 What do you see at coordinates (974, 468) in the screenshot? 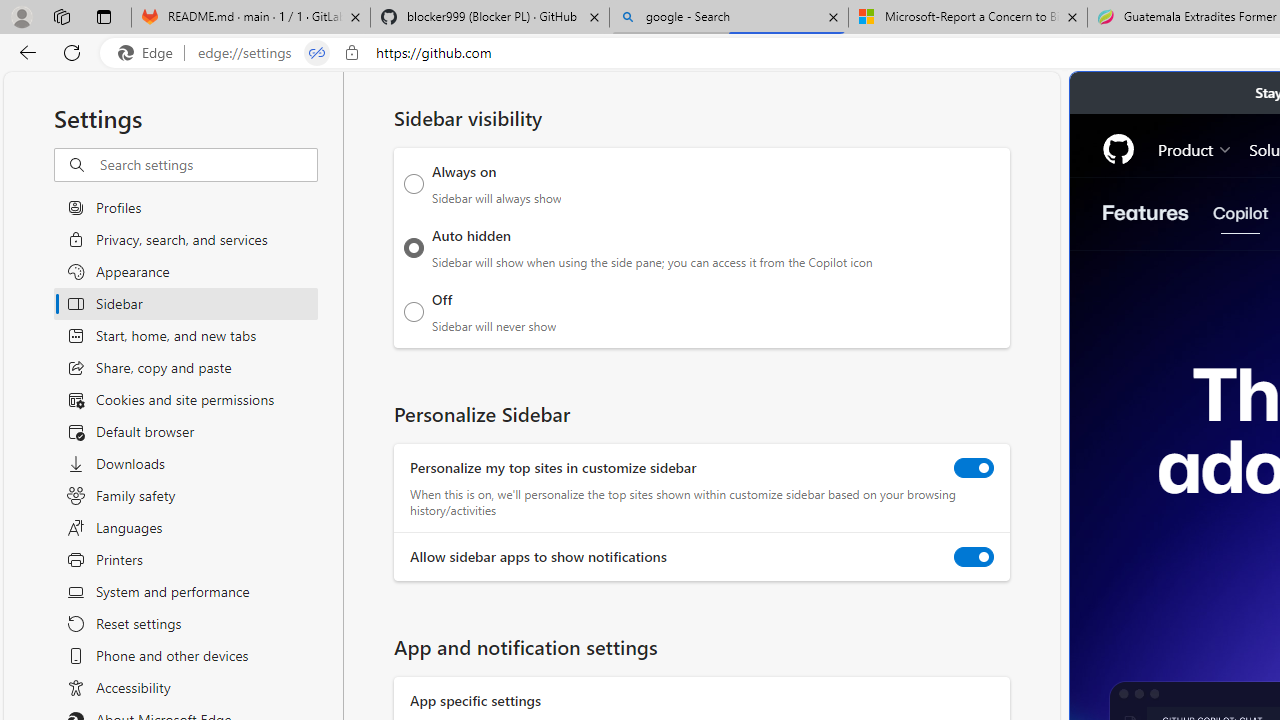
I see `'Personalize my top sites in customize sidebar'` at bounding box center [974, 468].